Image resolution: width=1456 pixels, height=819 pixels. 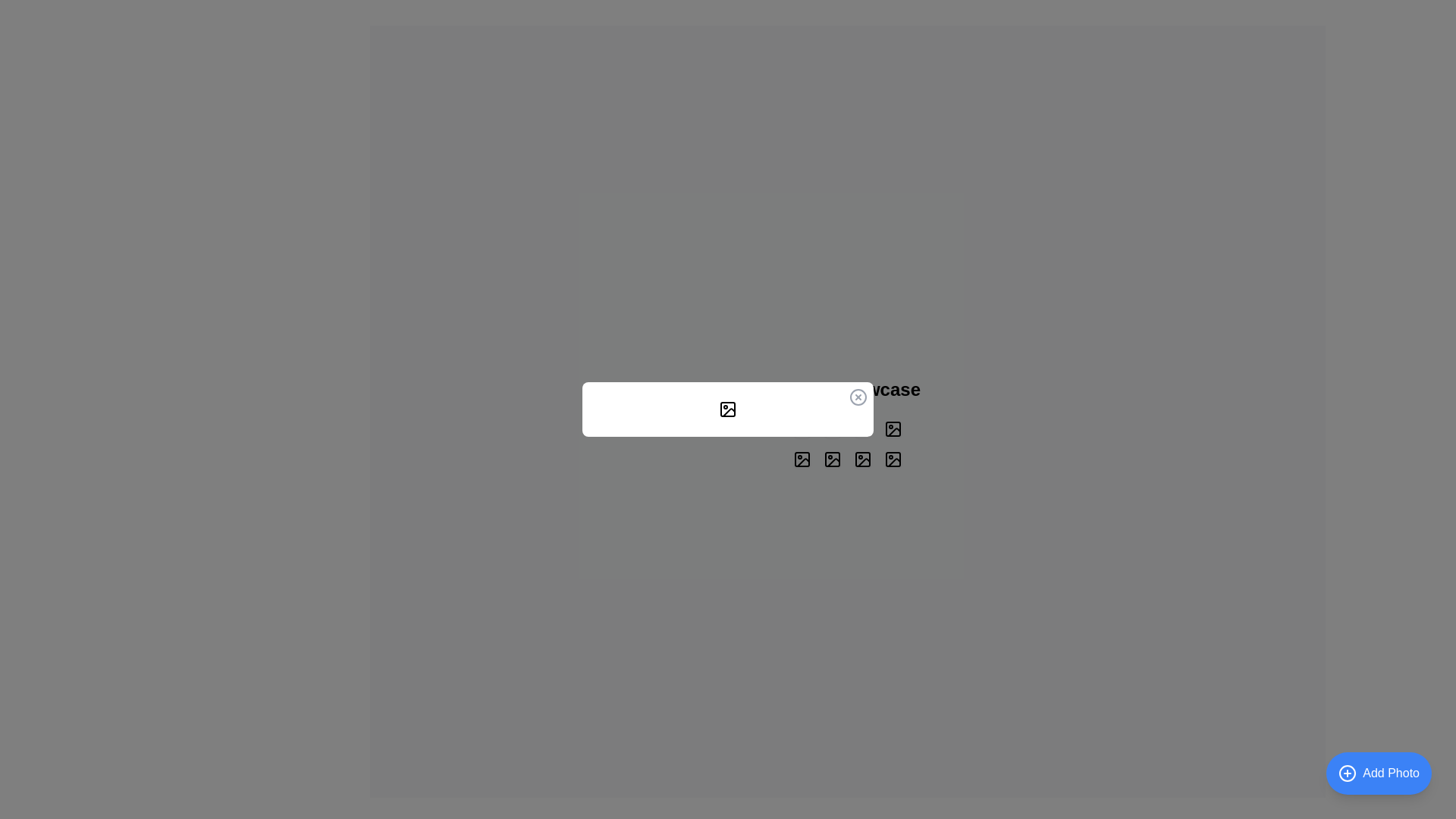 What do you see at coordinates (862, 458) in the screenshot?
I see `the fourth thumbnail in the bottom grid of images, which features a black frame around a white pictogram of a mountain with a circle representing either a sun or moon` at bounding box center [862, 458].